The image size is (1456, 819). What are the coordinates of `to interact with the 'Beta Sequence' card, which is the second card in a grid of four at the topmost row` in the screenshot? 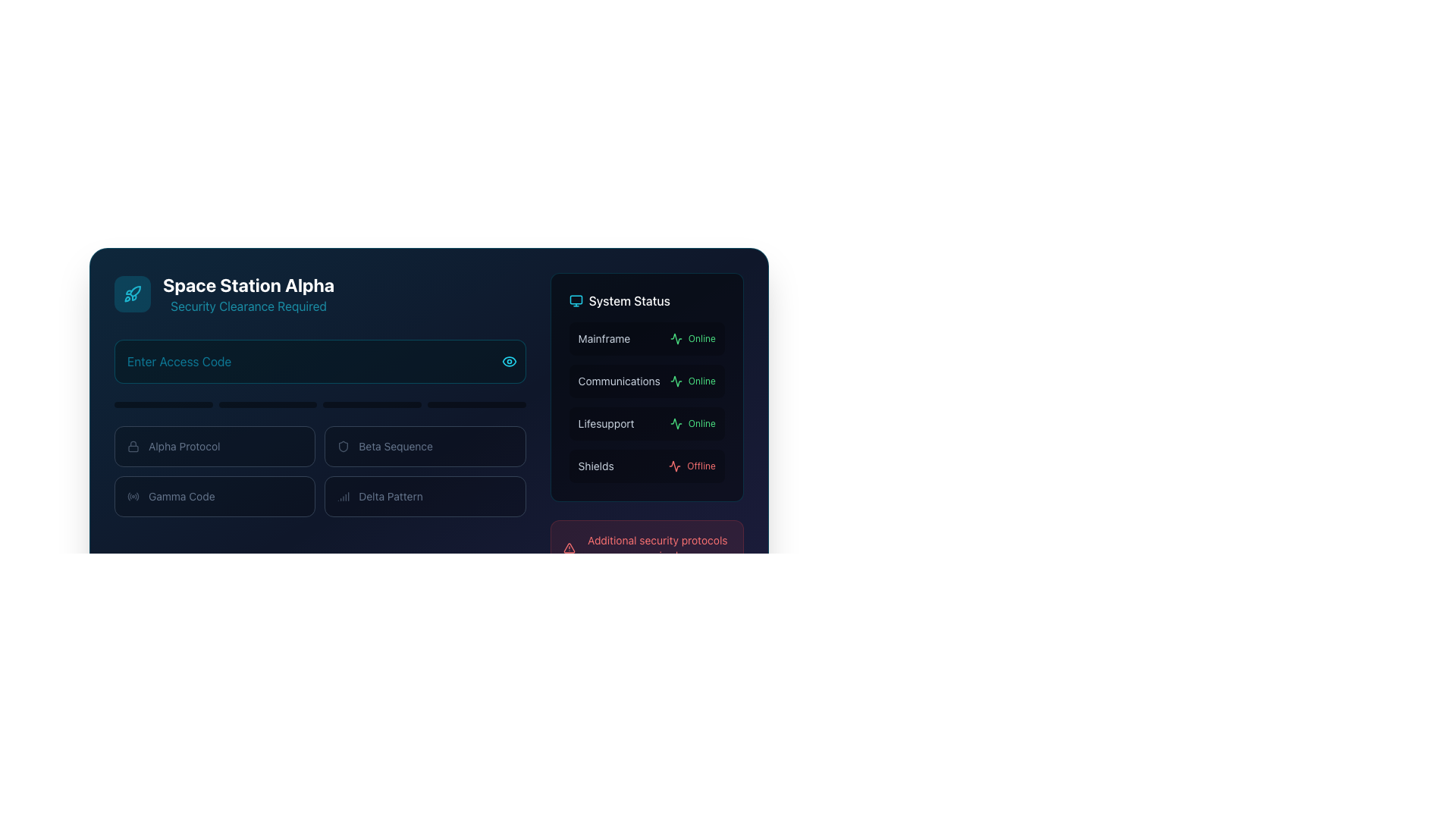 It's located at (428, 454).